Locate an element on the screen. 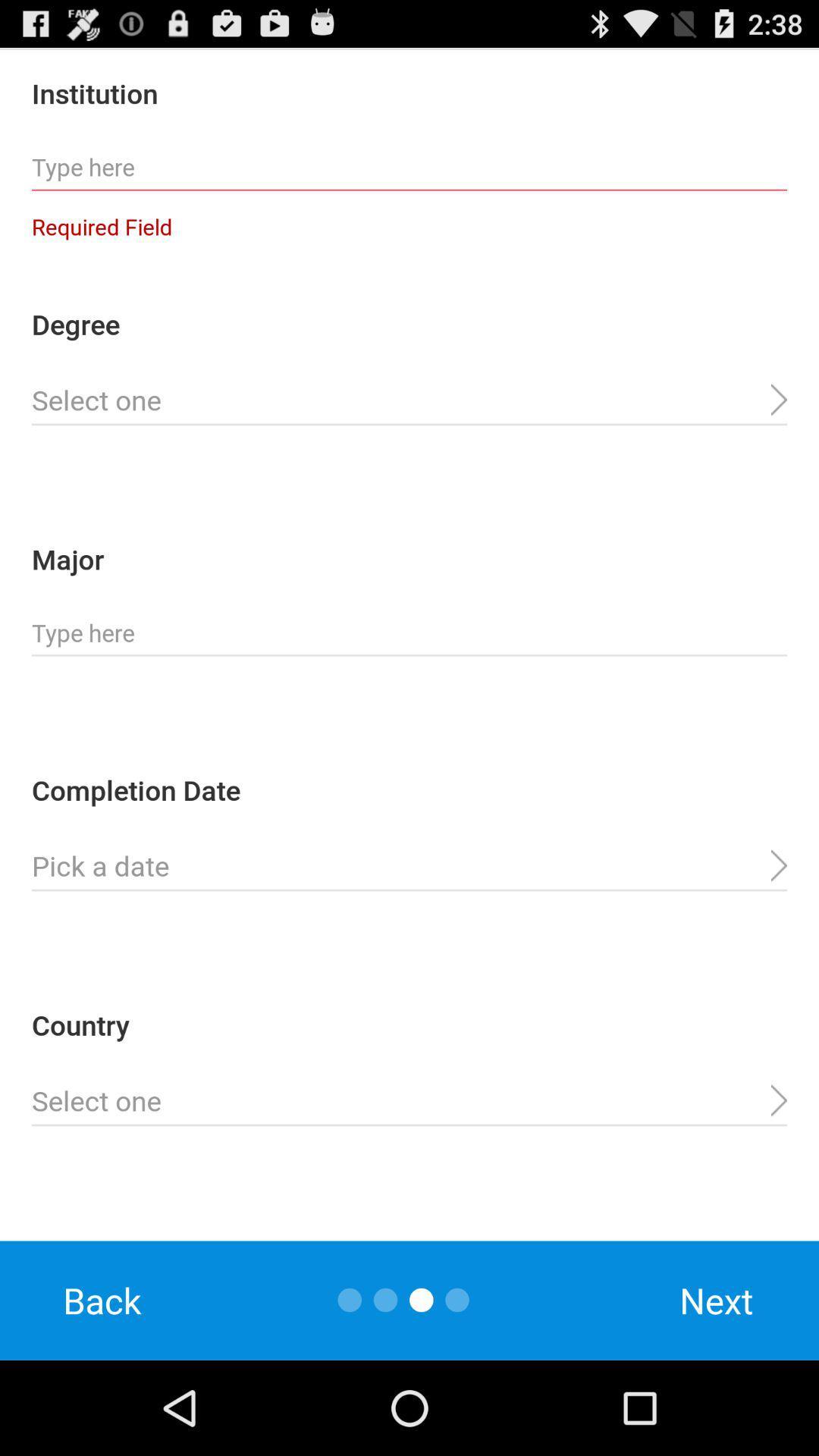 Image resolution: width=819 pixels, height=1456 pixels. type major is located at coordinates (409, 633).